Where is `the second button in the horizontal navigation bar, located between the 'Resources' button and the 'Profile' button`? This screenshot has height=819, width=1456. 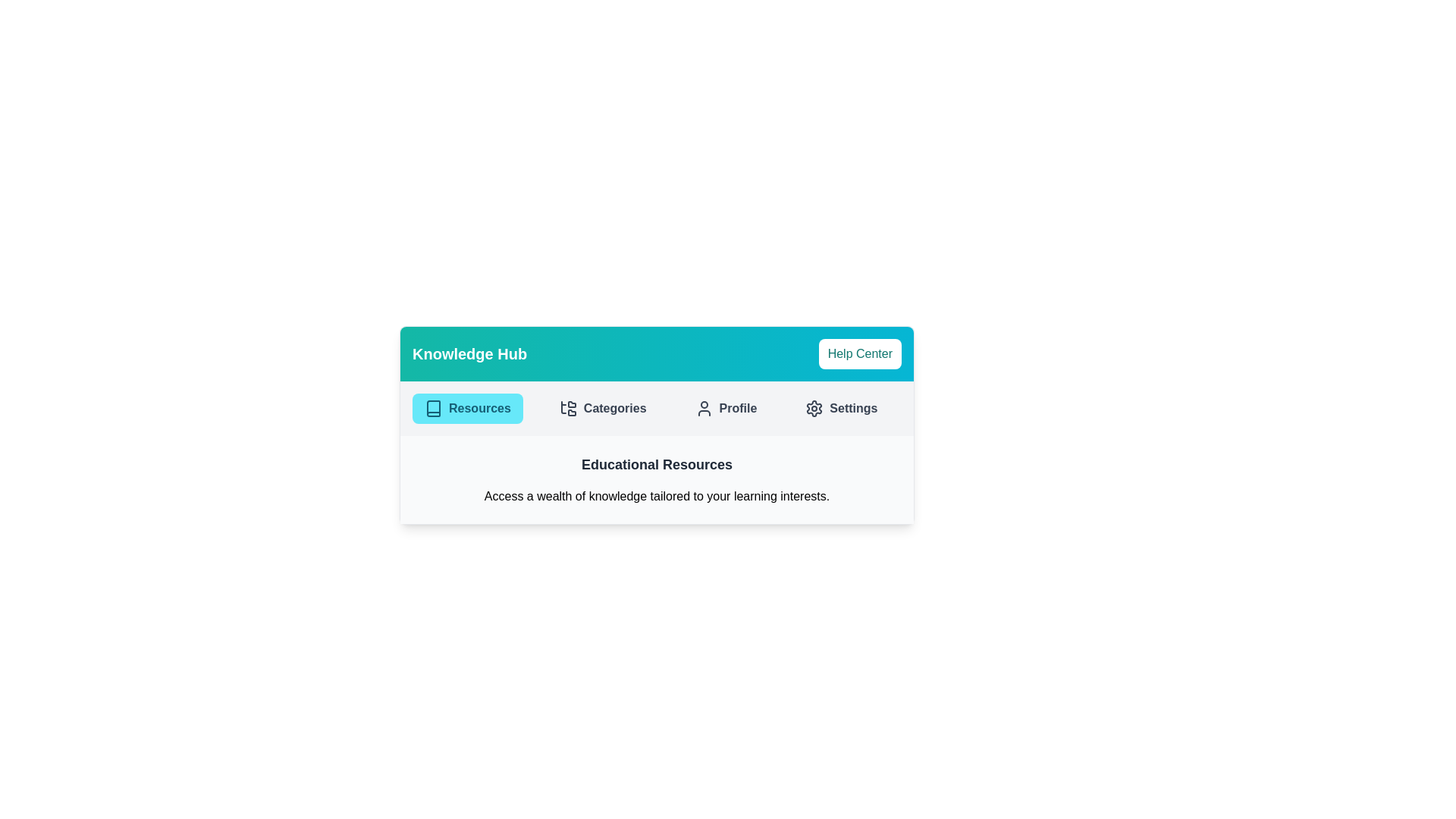 the second button in the horizontal navigation bar, located between the 'Resources' button and the 'Profile' button is located at coordinates (602, 408).